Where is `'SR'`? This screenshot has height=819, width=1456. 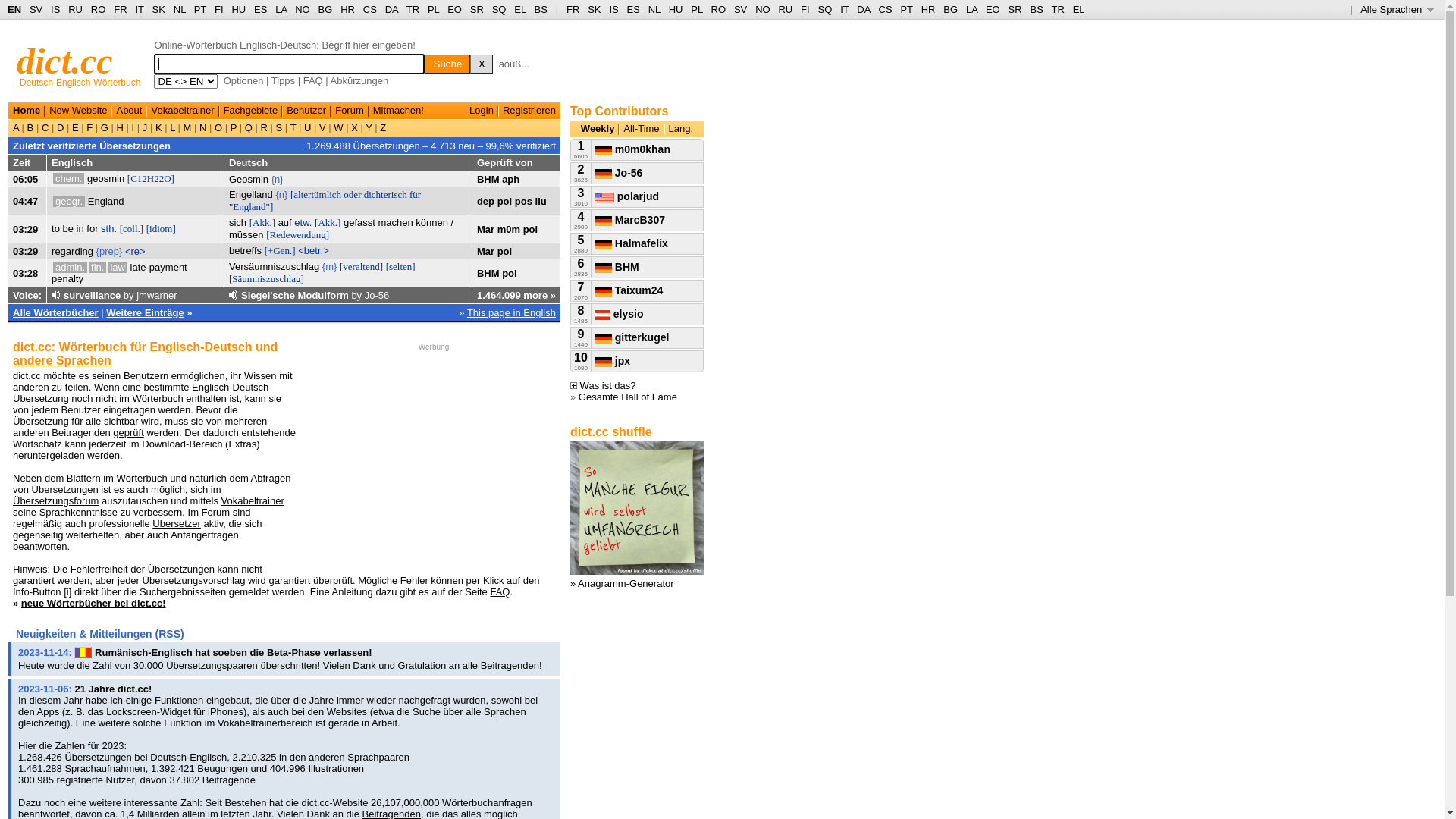 'SR' is located at coordinates (475, 9).